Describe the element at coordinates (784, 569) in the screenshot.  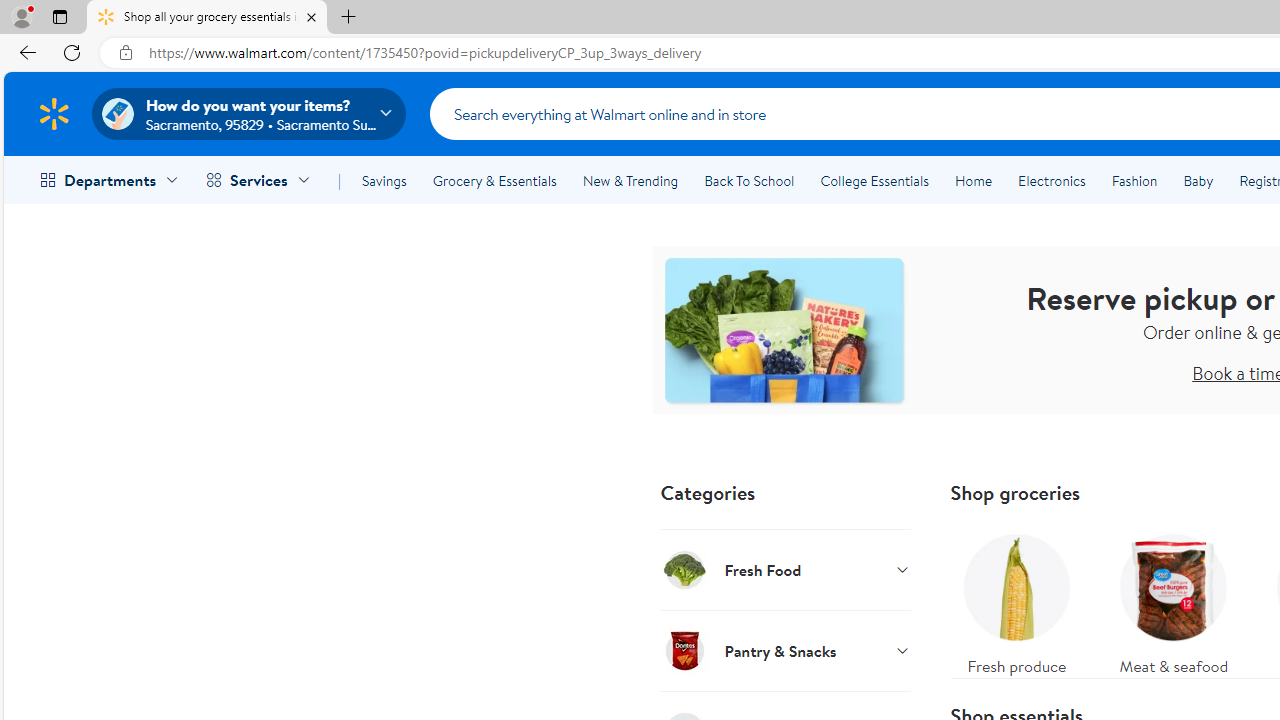
I see `'Fresh Food'` at that location.